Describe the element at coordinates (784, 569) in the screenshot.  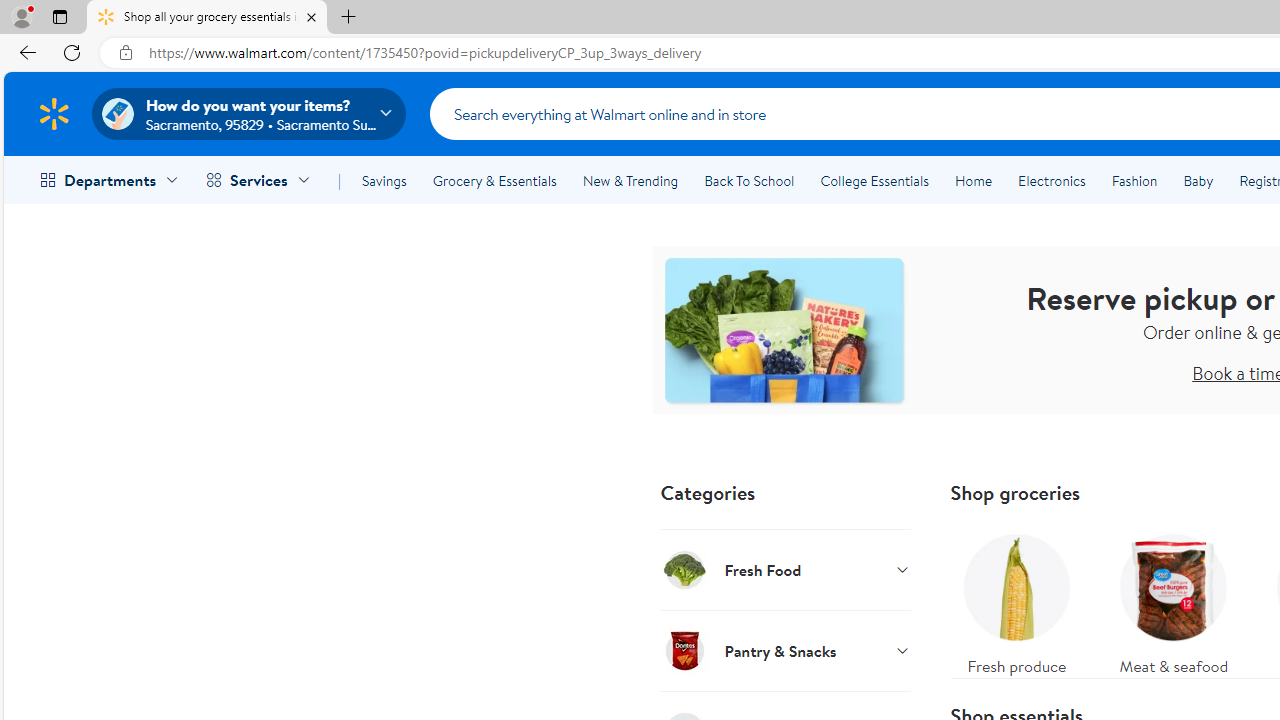
I see `'Fresh Food'` at that location.